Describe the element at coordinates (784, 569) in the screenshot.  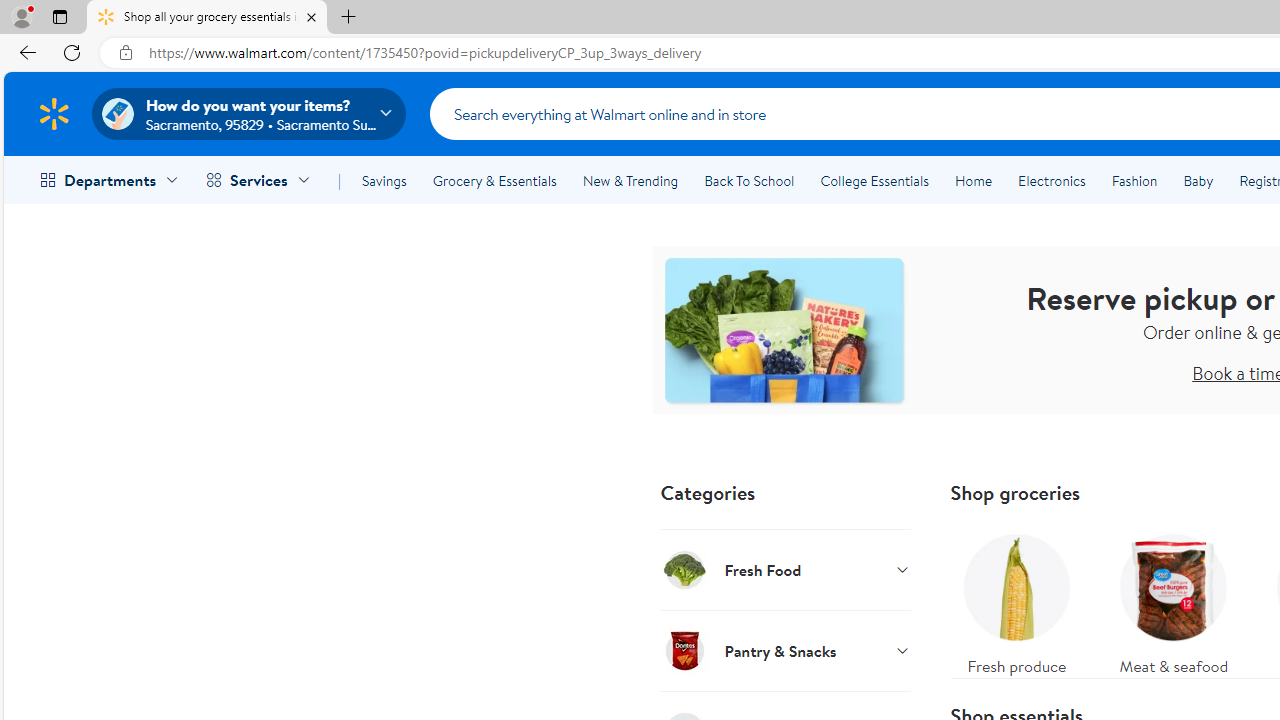
I see `'Fresh Food'` at that location.